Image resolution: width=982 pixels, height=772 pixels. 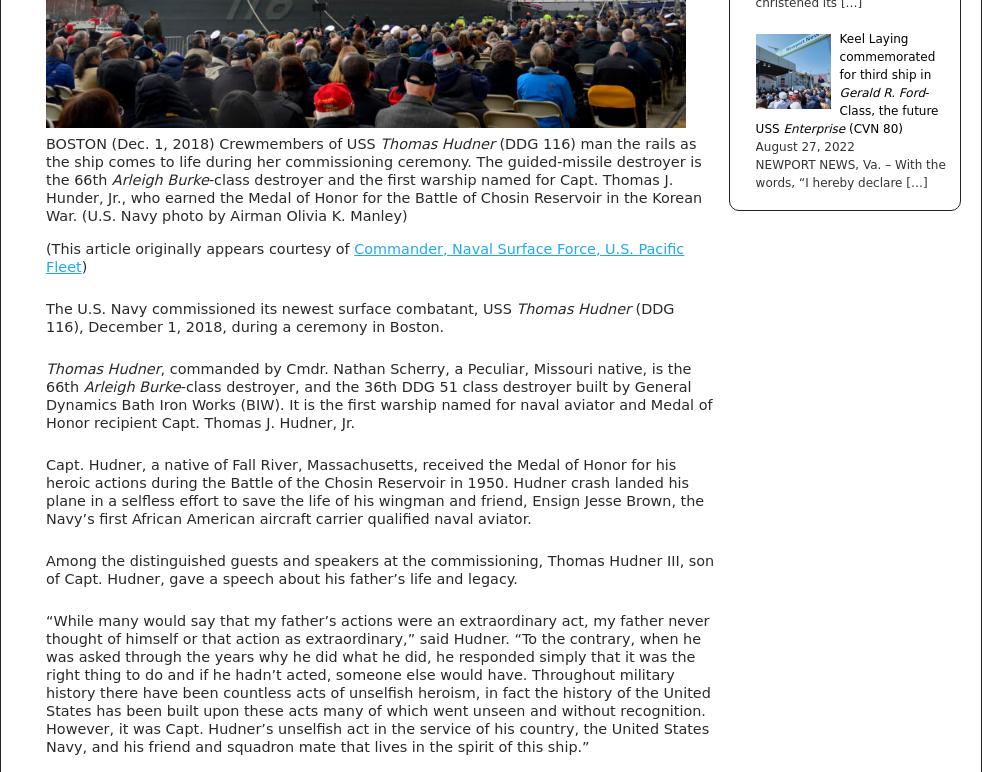 What do you see at coordinates (211, 143) in the screenshot?
I see `'BOSTON (Dec. 1, 2018) Crewmembers of USS'` at bounding box center [211, 143].